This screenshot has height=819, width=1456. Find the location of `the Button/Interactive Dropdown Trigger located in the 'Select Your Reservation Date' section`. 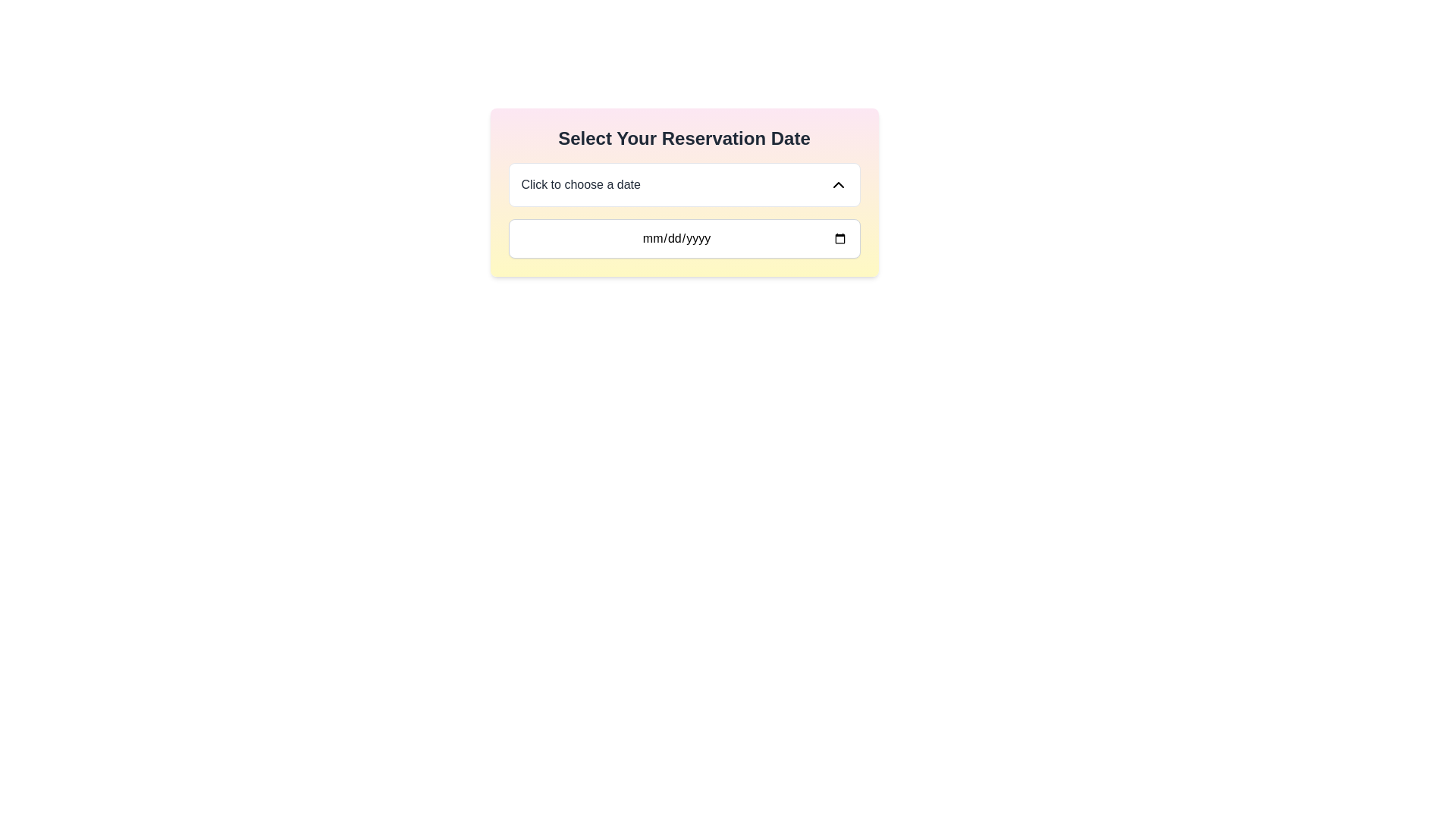

the Button/Interactive Dropdown Trigger located in the 'Select Your Reservation Date' section is located at coordinates (683, 184).